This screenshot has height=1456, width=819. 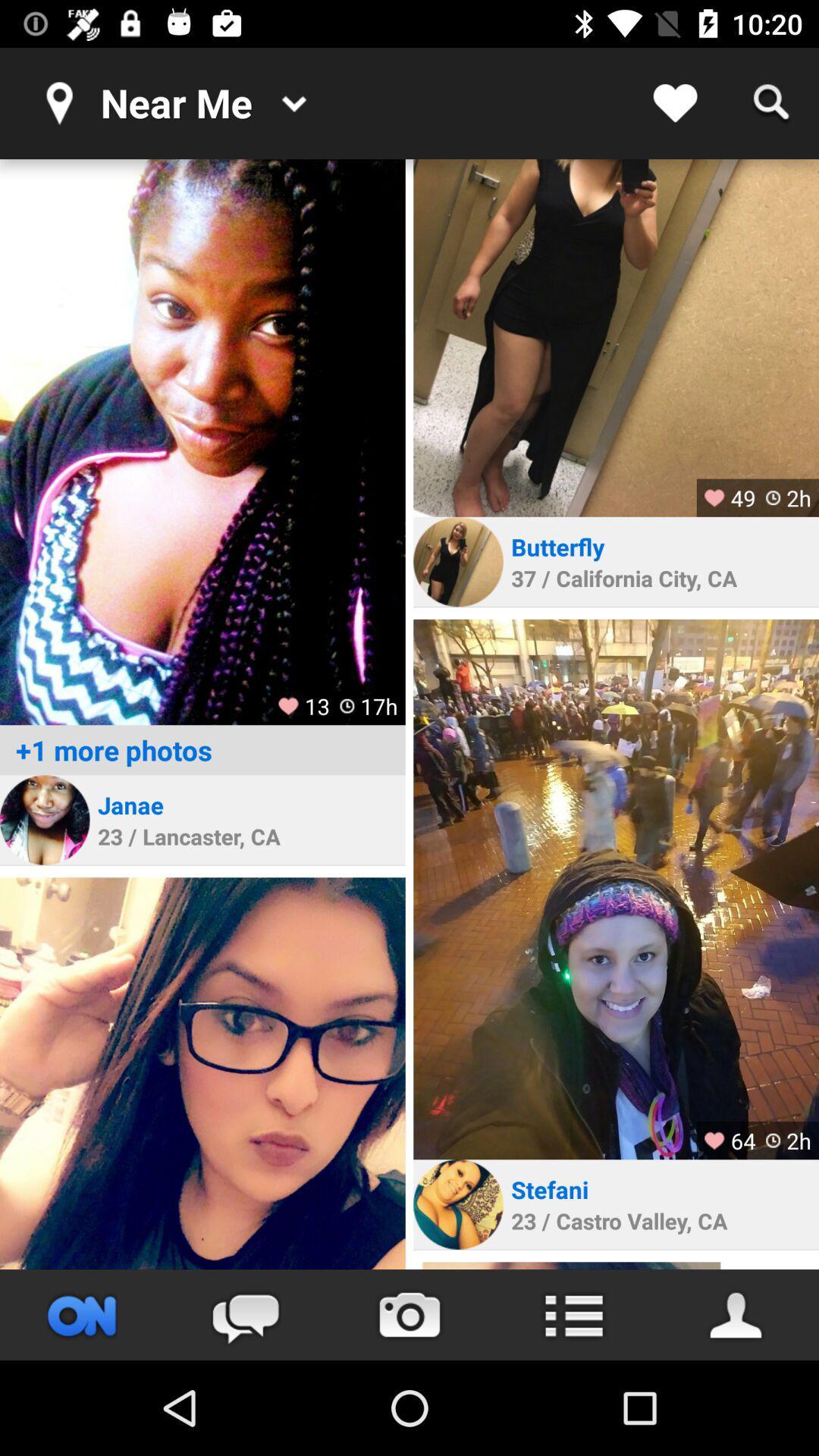 What do you see at coordinates (130, 804) in the screenshot?
I see `icon below +1 more photos` at bounding box center [130, 804].